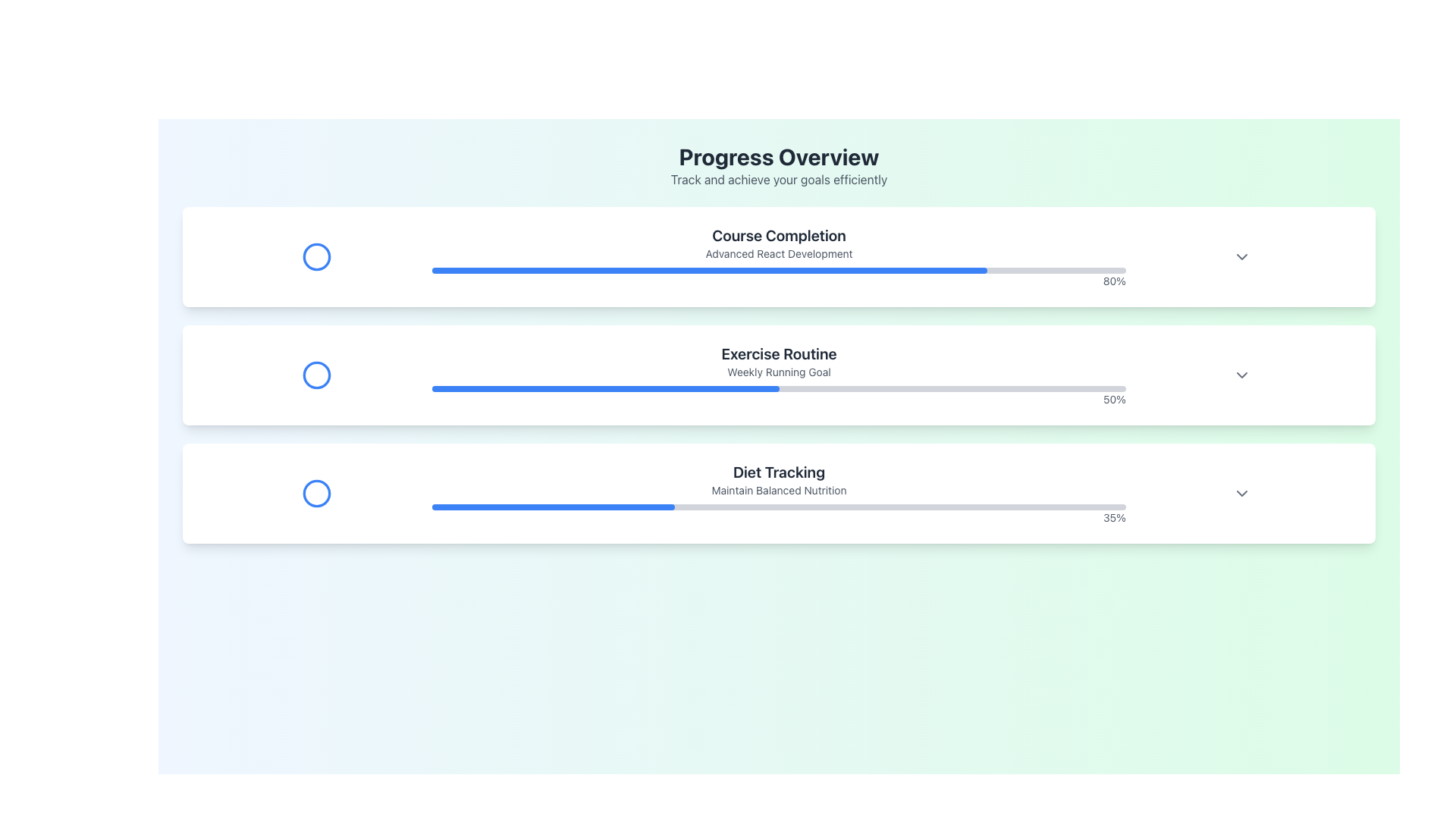 Image resolution: width=1456 pixels, height=819 pixels. Describe the element at coordinates (416, 256) in the screenshot. I see `the slider handle` at that location.